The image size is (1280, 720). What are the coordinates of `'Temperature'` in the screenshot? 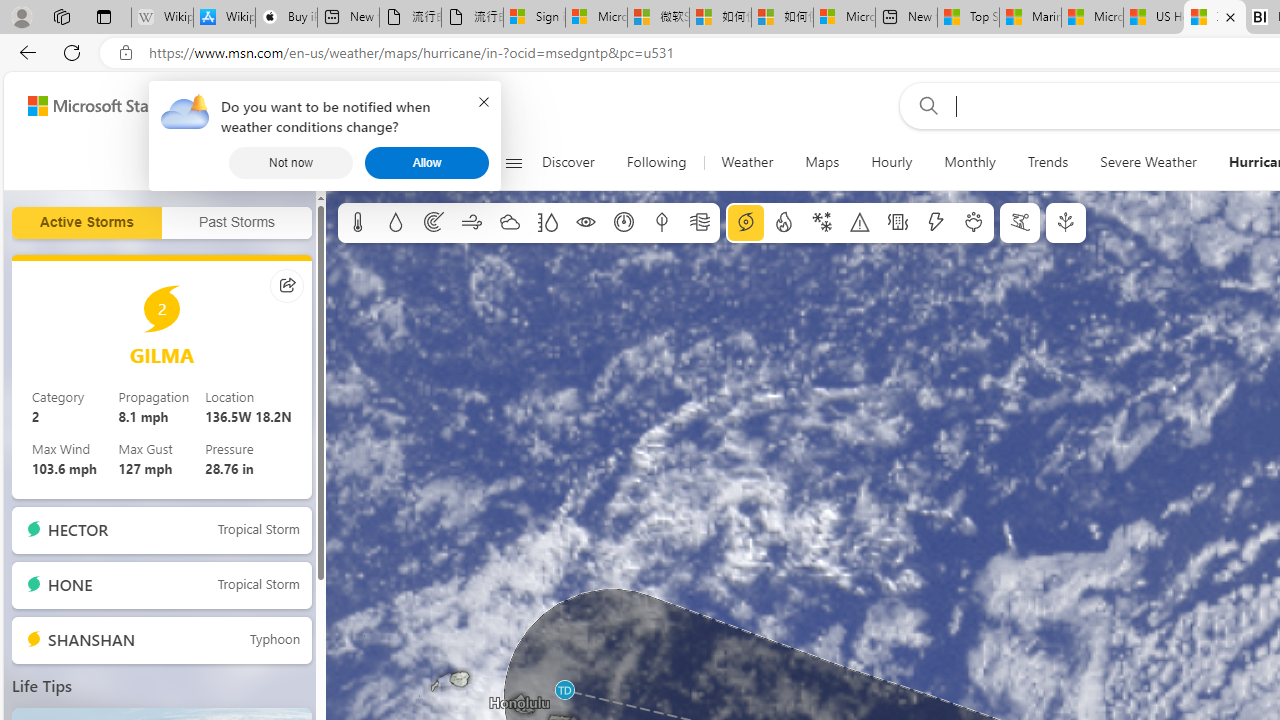 It's located at (358, 223).